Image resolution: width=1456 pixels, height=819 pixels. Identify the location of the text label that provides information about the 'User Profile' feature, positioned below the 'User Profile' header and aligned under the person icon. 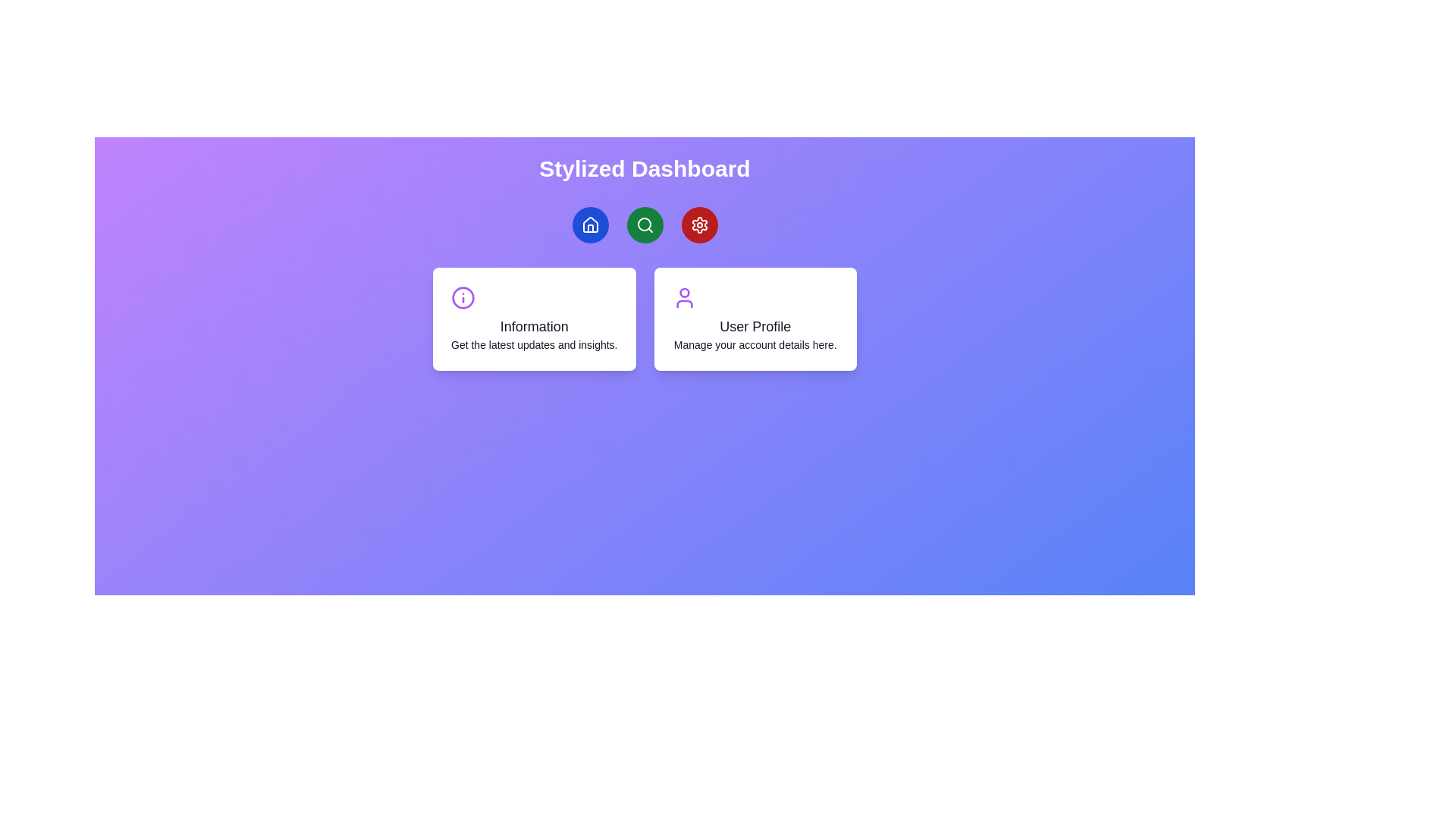
(755, 345).